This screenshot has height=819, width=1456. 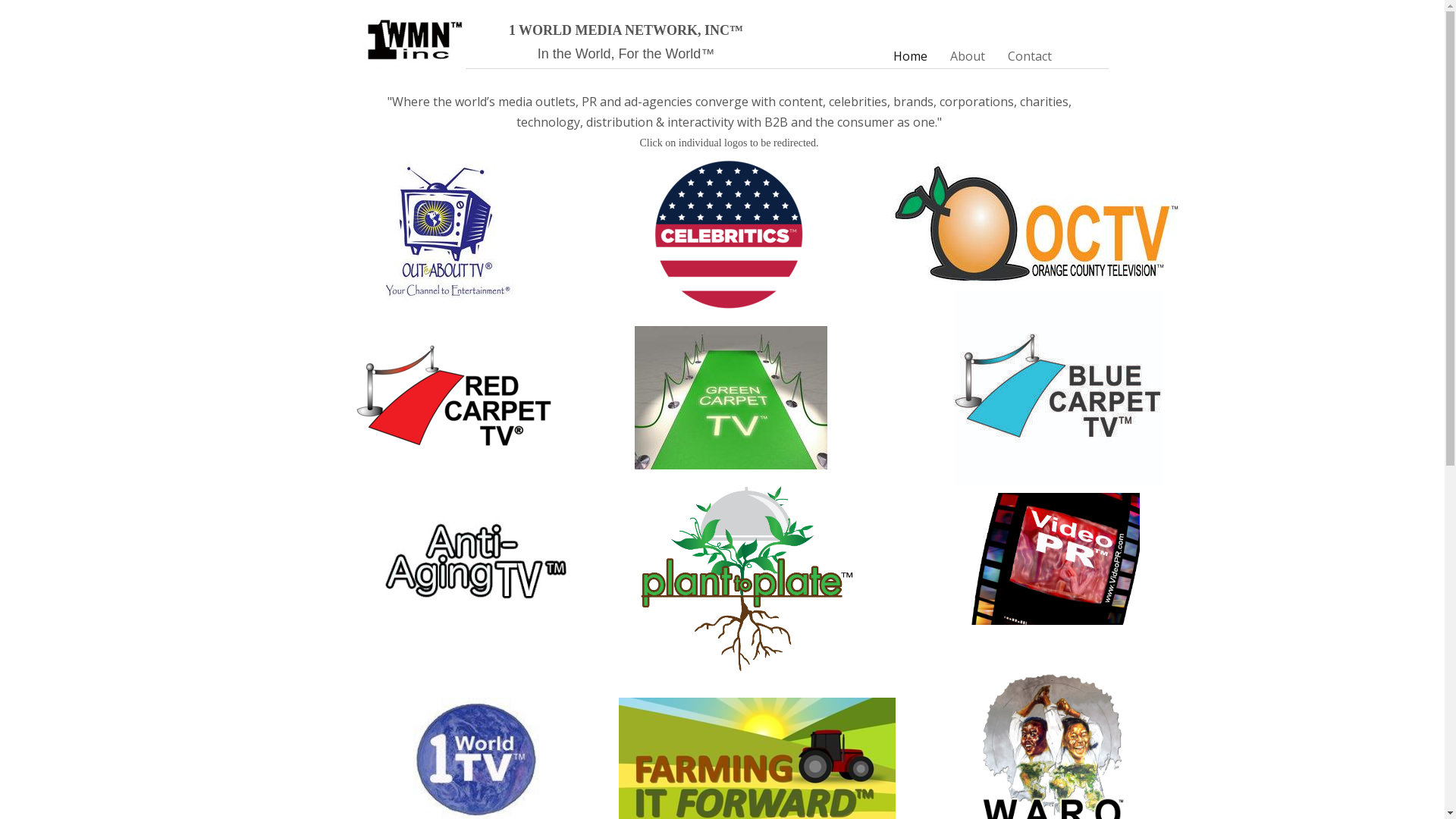 I want to click on 'Contact', so click(x=1030, y=55).